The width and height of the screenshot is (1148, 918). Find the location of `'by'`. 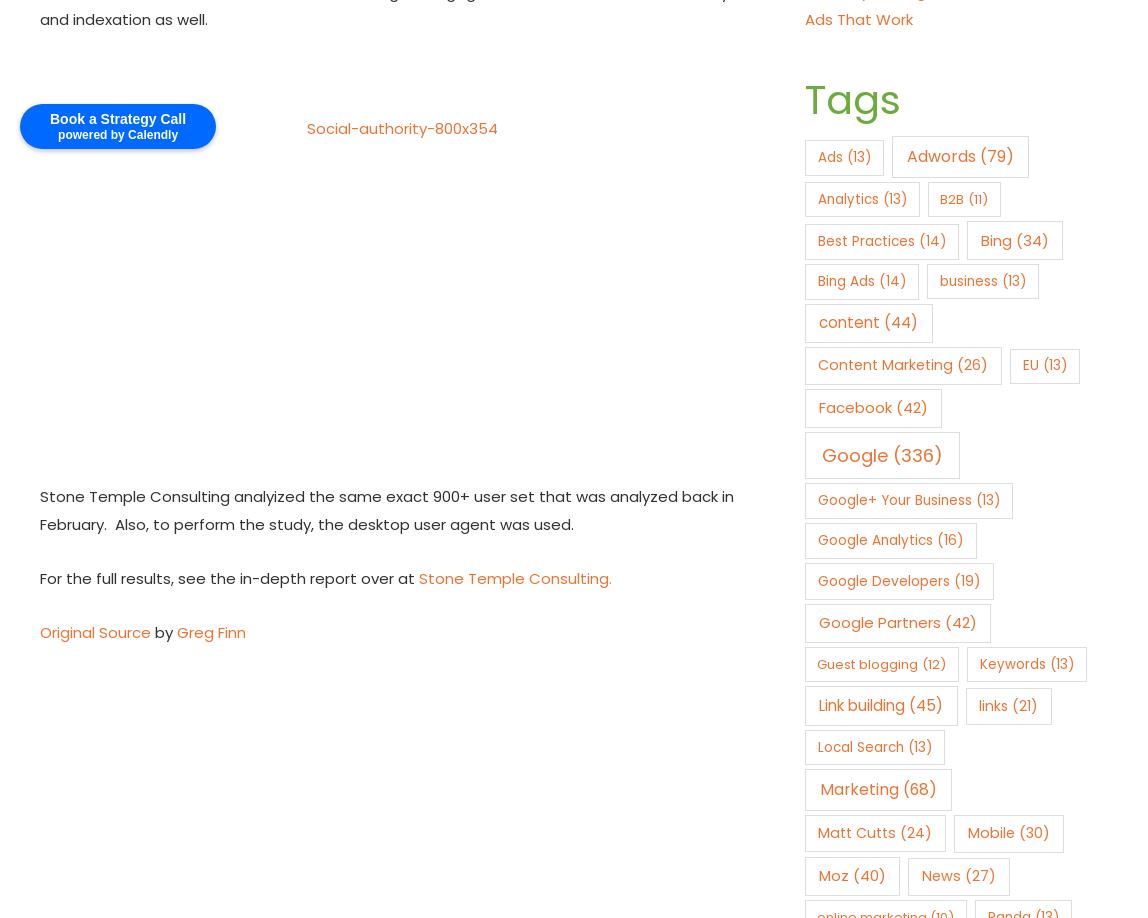

'by' is located at coordinates (164, 631).